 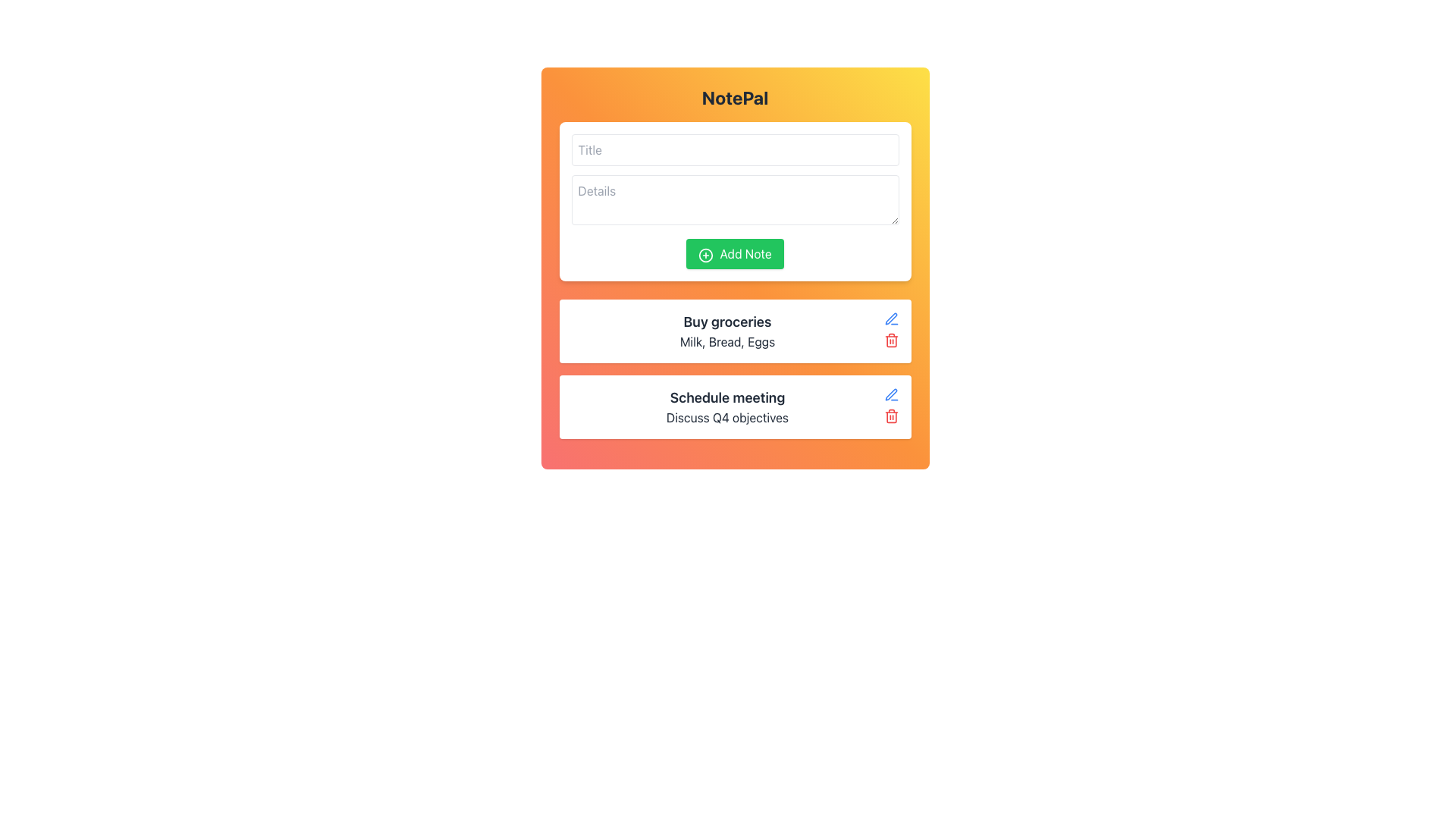 I want to click on the 'Add Note' button, which is centrally located below the input fields for 'Title' and 'Details', so click(x=735, y=253).